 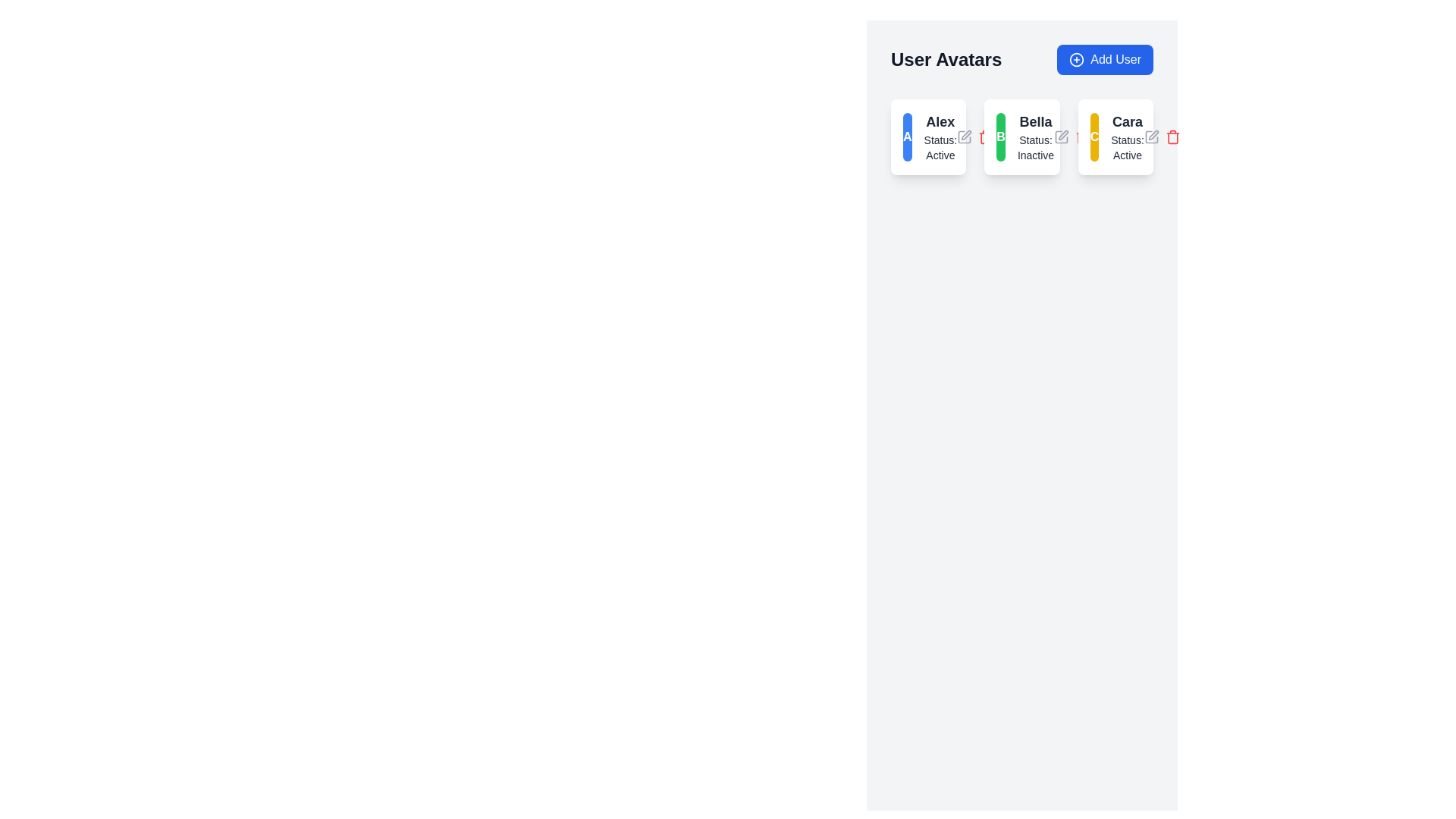 I want to click on text label displaying 'User Avatars', which is a bold heading located at the top left of the section heading area, to the left of the 'Add User' button, so click(x=946, y=58).